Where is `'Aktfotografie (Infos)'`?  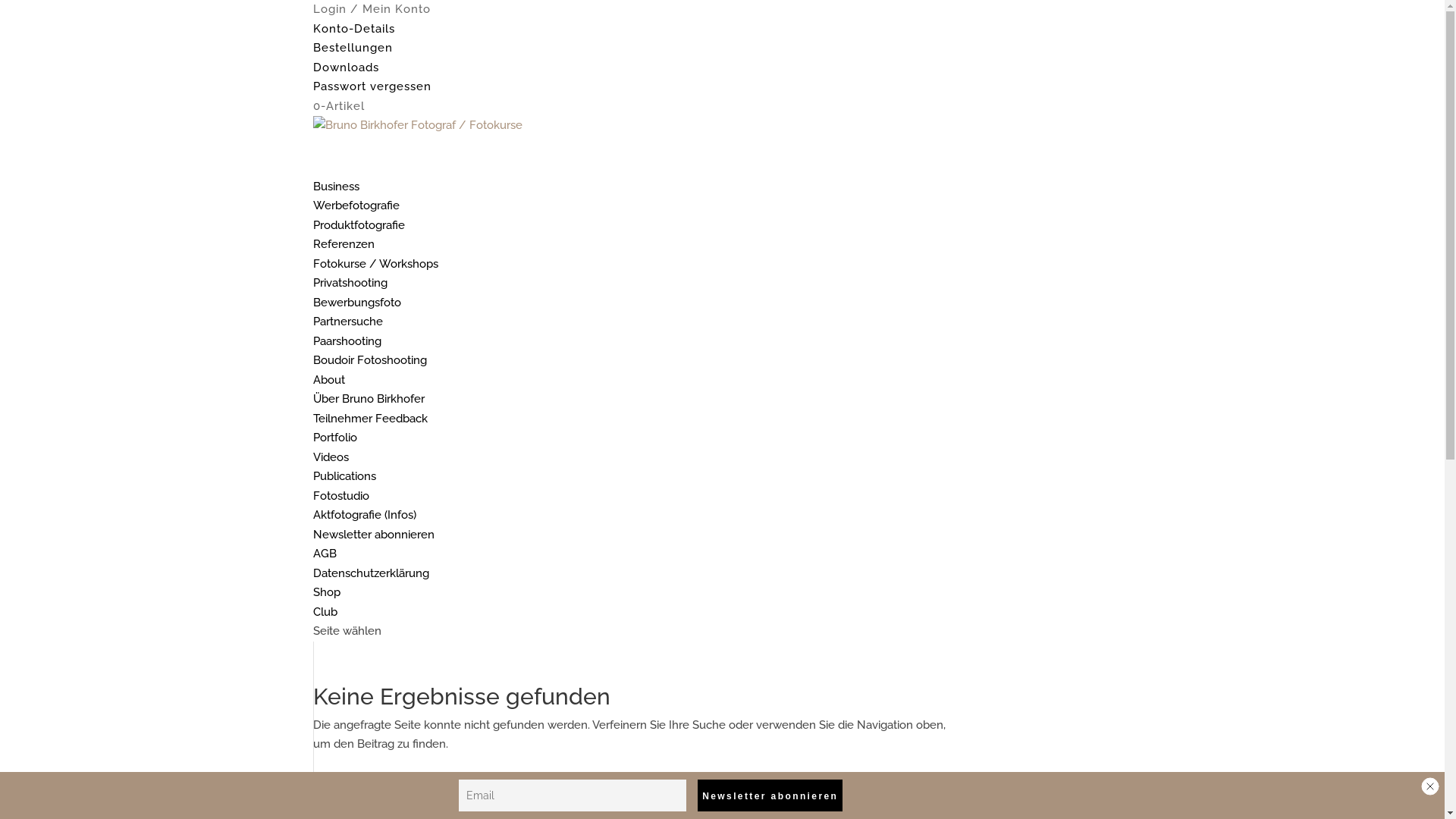
'Aktfotografie (Infos)' is located at coordinates (364, 513).